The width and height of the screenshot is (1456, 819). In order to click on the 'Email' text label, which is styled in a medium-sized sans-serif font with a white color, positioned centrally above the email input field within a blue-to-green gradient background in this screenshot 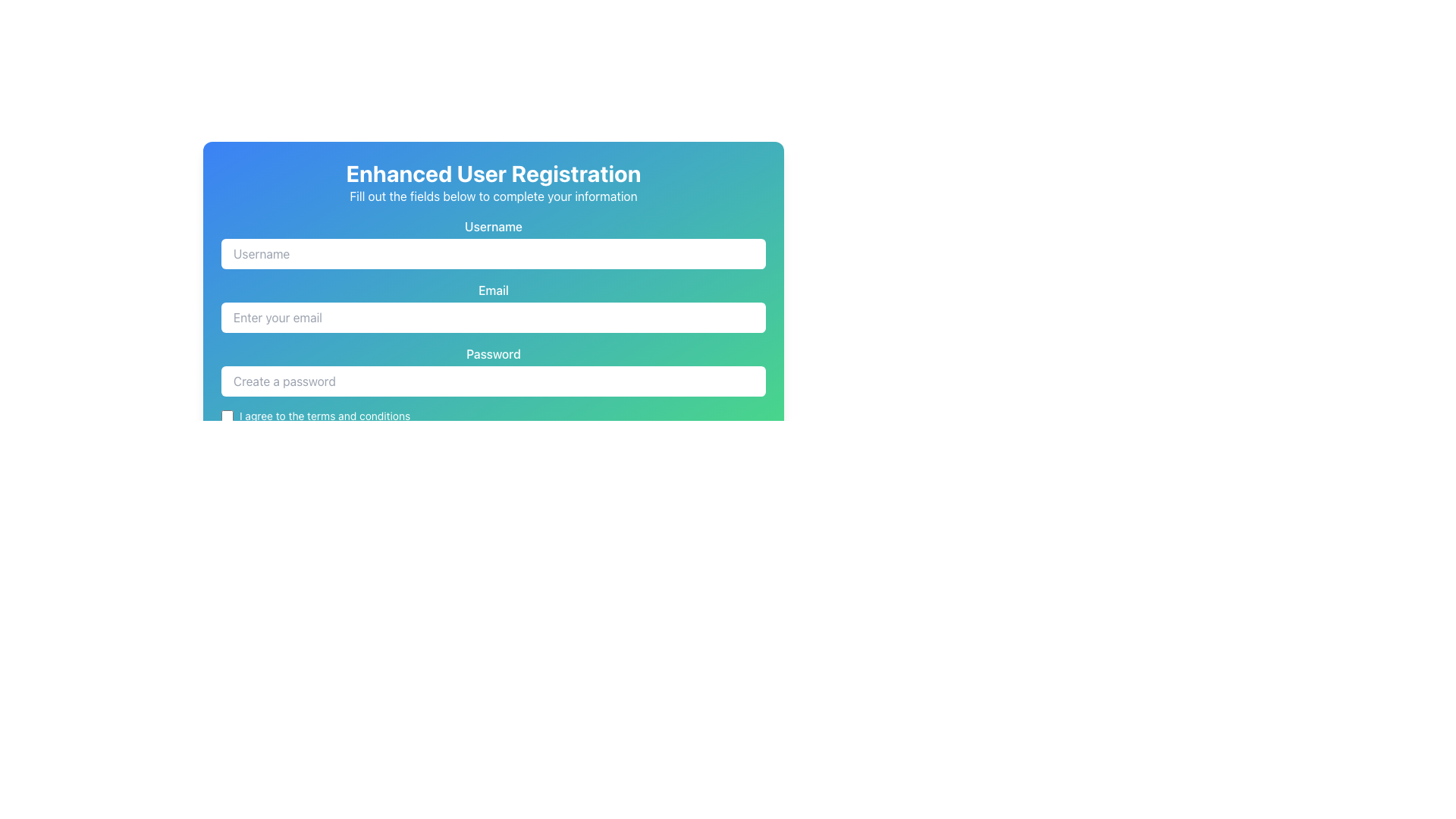, I will do `click(494, 290)`.